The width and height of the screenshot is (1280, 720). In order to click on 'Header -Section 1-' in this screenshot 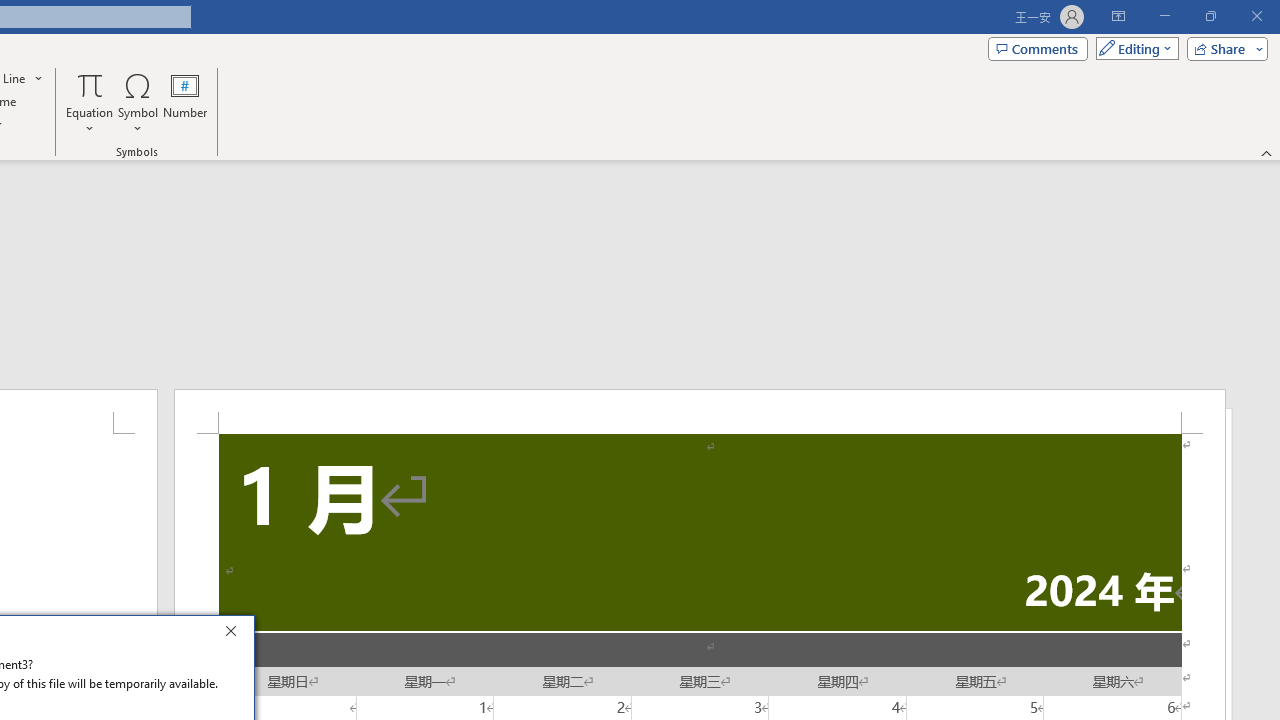, I will do `click(700, 410)`.